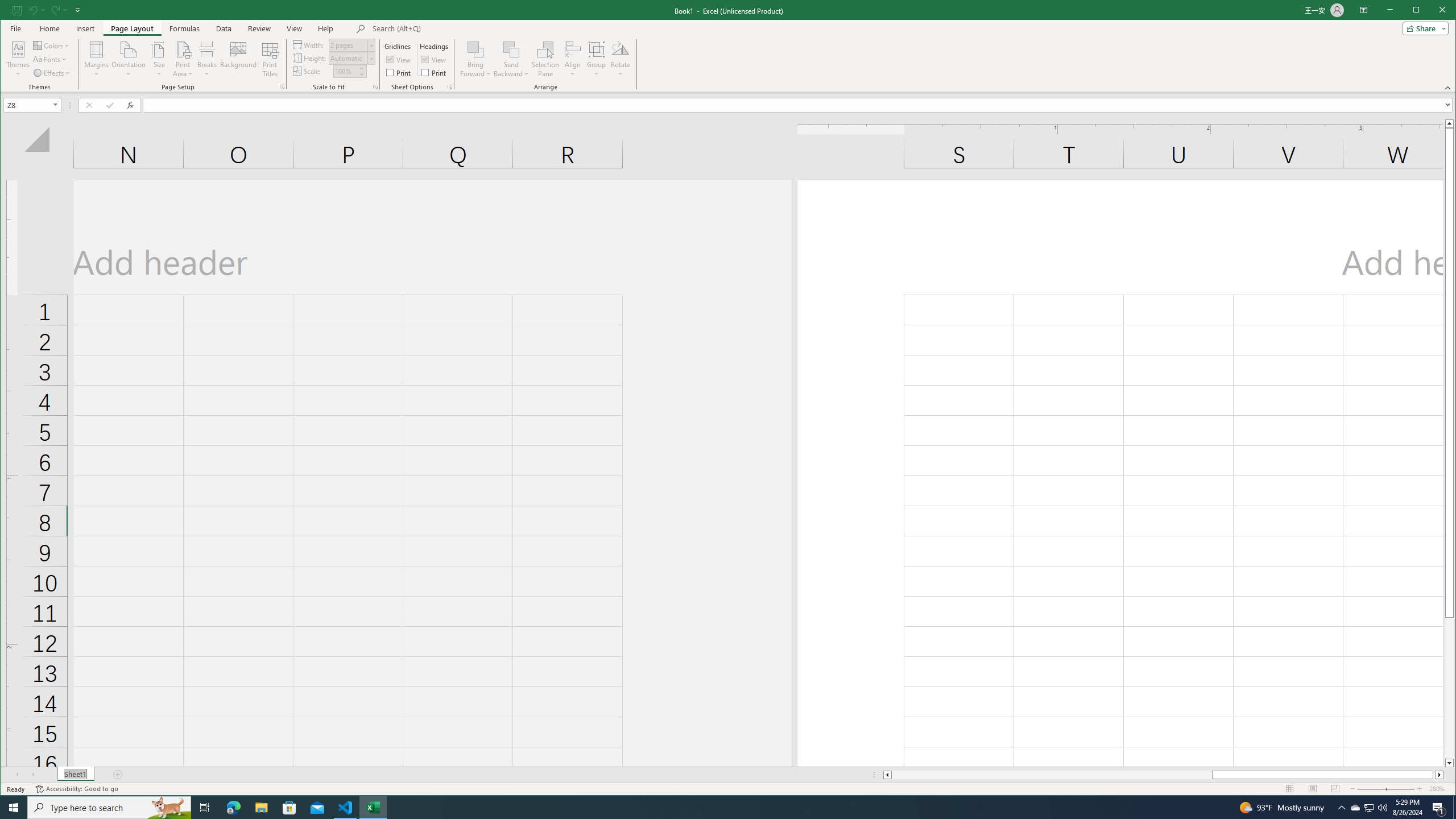  Describe the element at coordinates (97, 59) in the screenshot. I see `'Margins'` at that location.